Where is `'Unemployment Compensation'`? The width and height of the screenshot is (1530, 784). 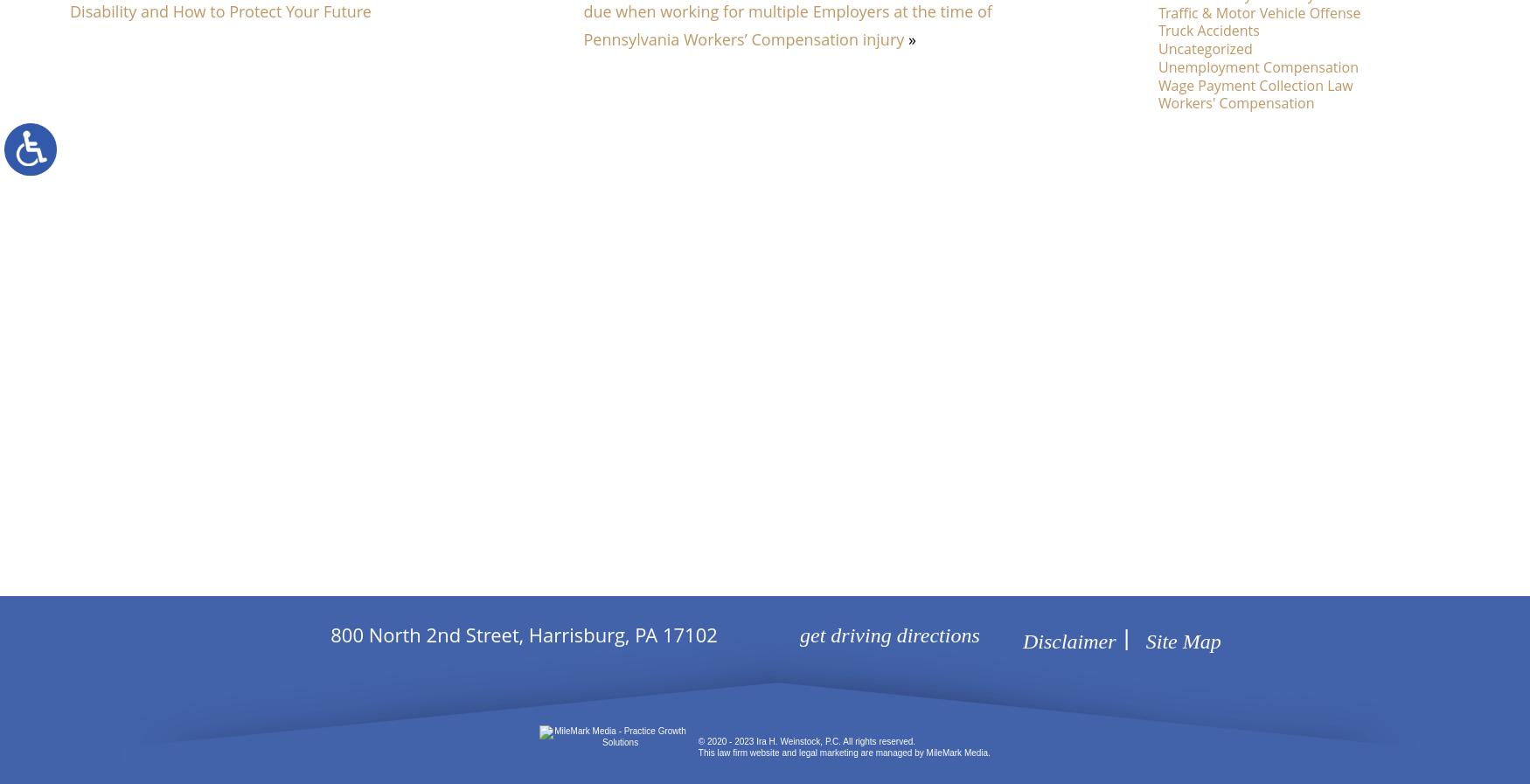
'Unemployment Compensation' is located at coordinates (1258, 65).